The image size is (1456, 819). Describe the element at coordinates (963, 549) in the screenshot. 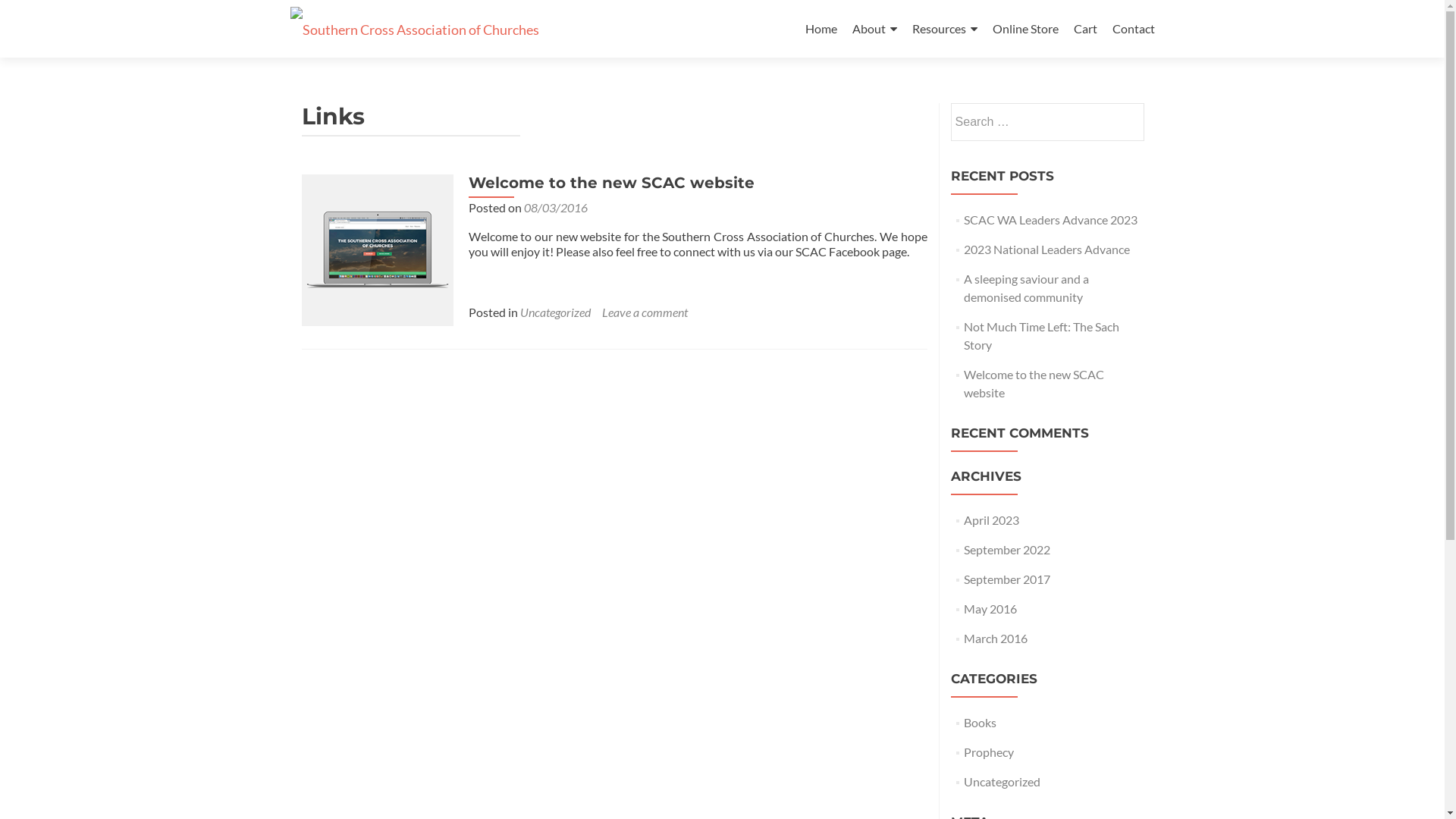

I see `'September 2022'` at that location.